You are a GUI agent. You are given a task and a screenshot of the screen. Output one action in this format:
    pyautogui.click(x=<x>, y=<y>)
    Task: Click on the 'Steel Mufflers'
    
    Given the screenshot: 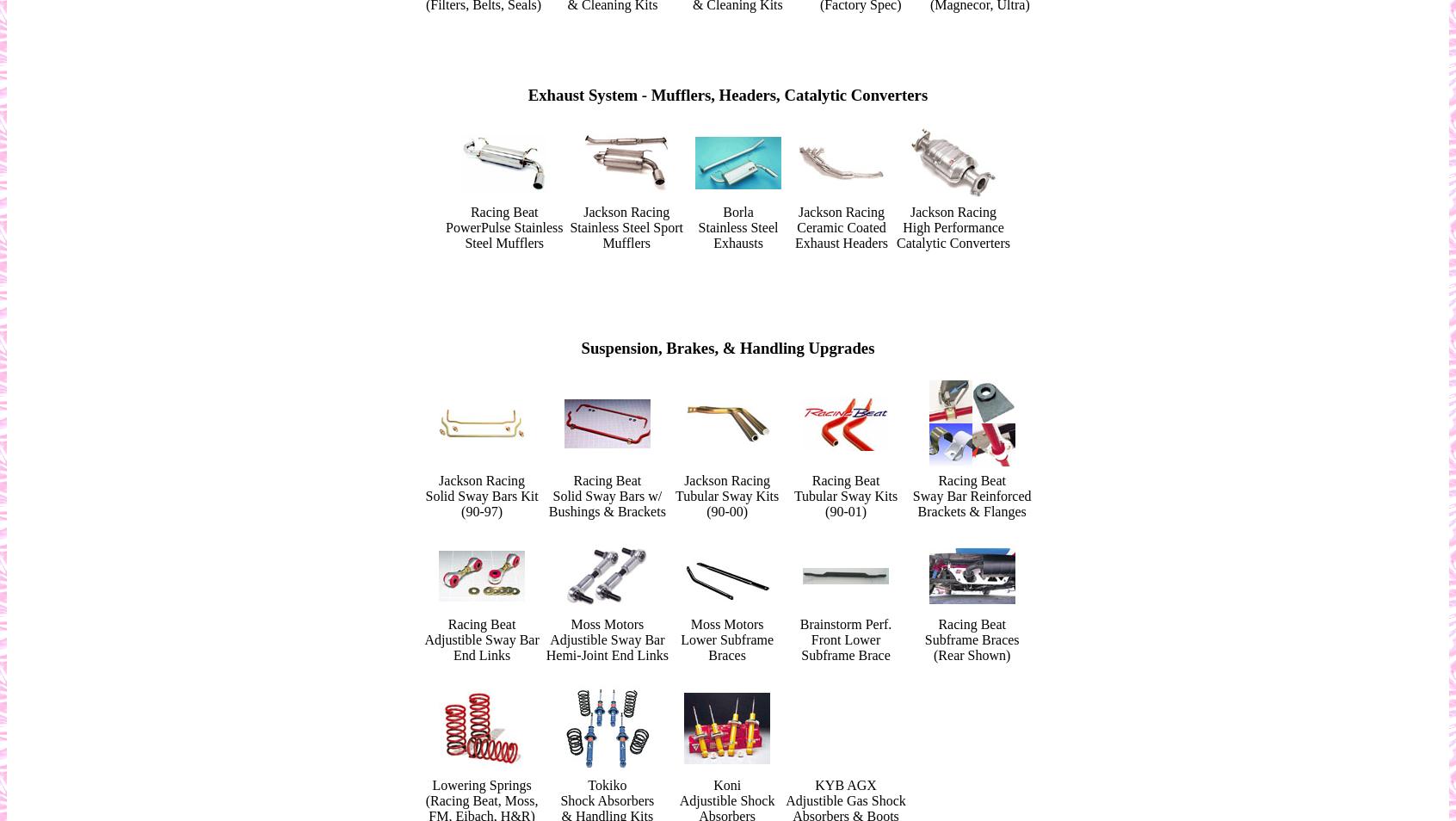 What is the action you would take?
    pyautogui.click(x=464, y=243)
    